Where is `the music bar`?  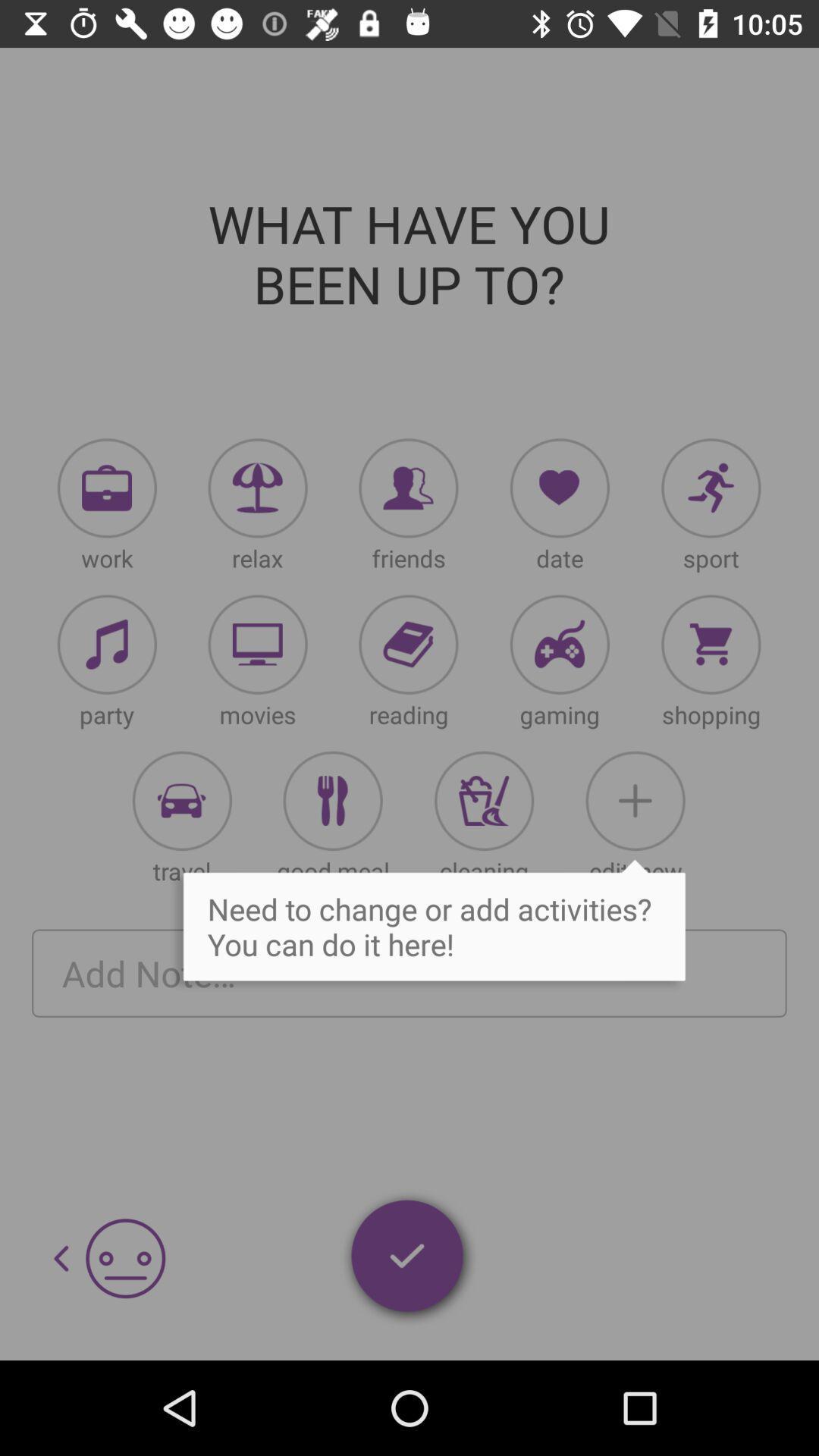 the music bar is located at coordinates (106, 645).